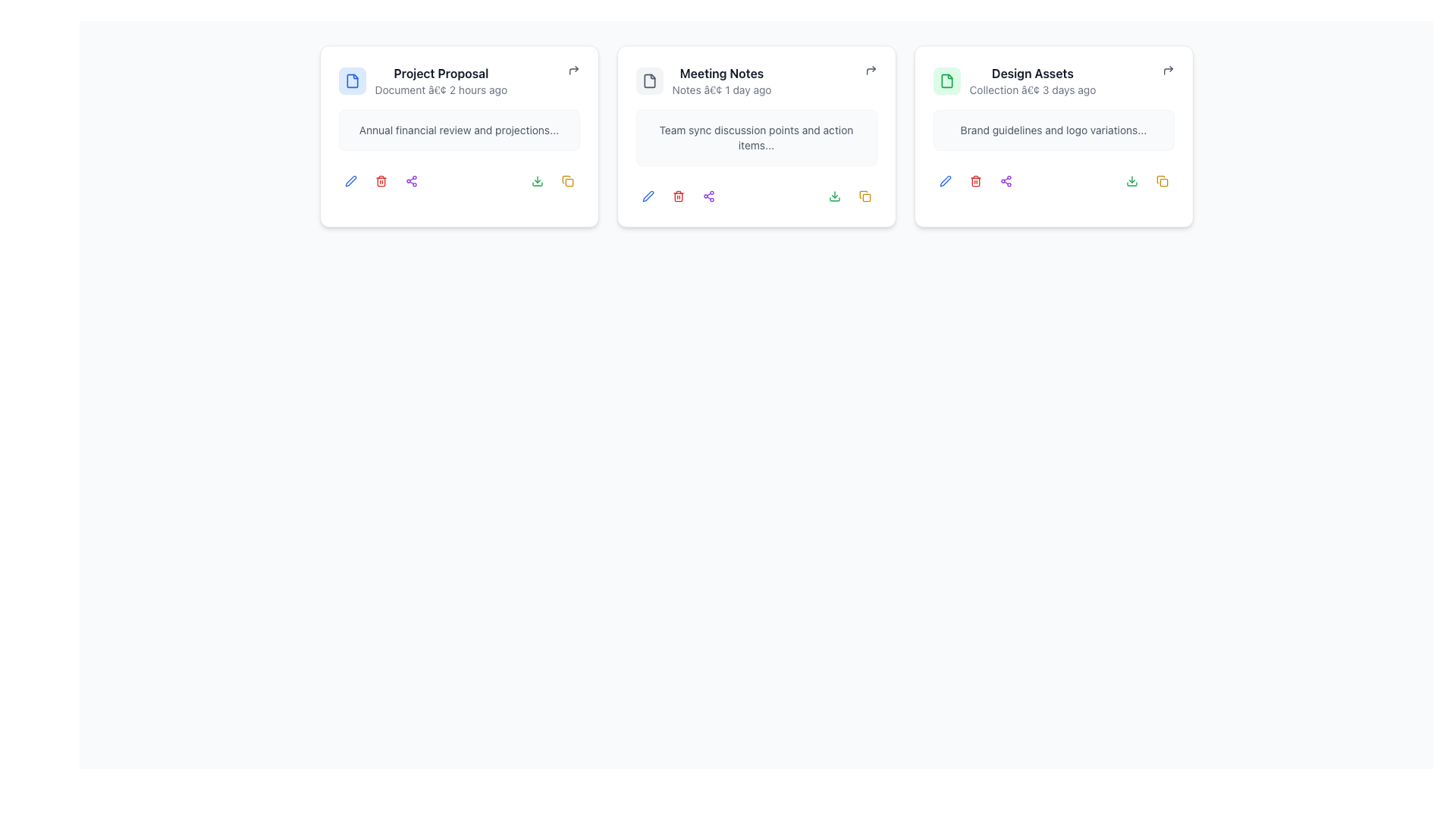 The height and width of the screenshot is (819, 1456). Describe the element at coordinates (720, 73) in the screenshot. I see `text of the heading labeled 'Meeting Notes', which is styled in bold with a dark gray font and located at the top center of the second card in a series of three cards` at that location.